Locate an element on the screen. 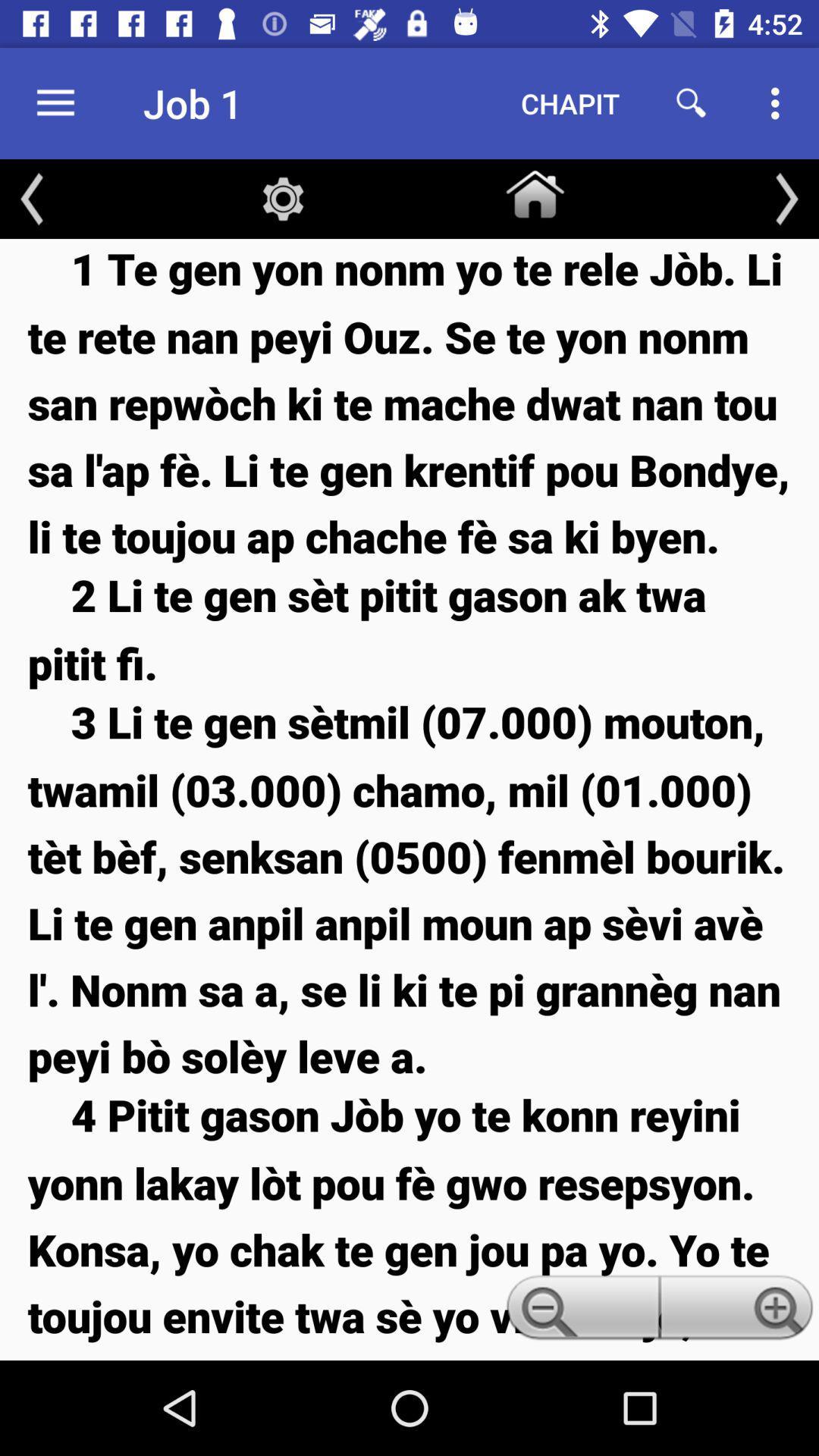  the item next to job 1 is located at coordinates (55, 102).